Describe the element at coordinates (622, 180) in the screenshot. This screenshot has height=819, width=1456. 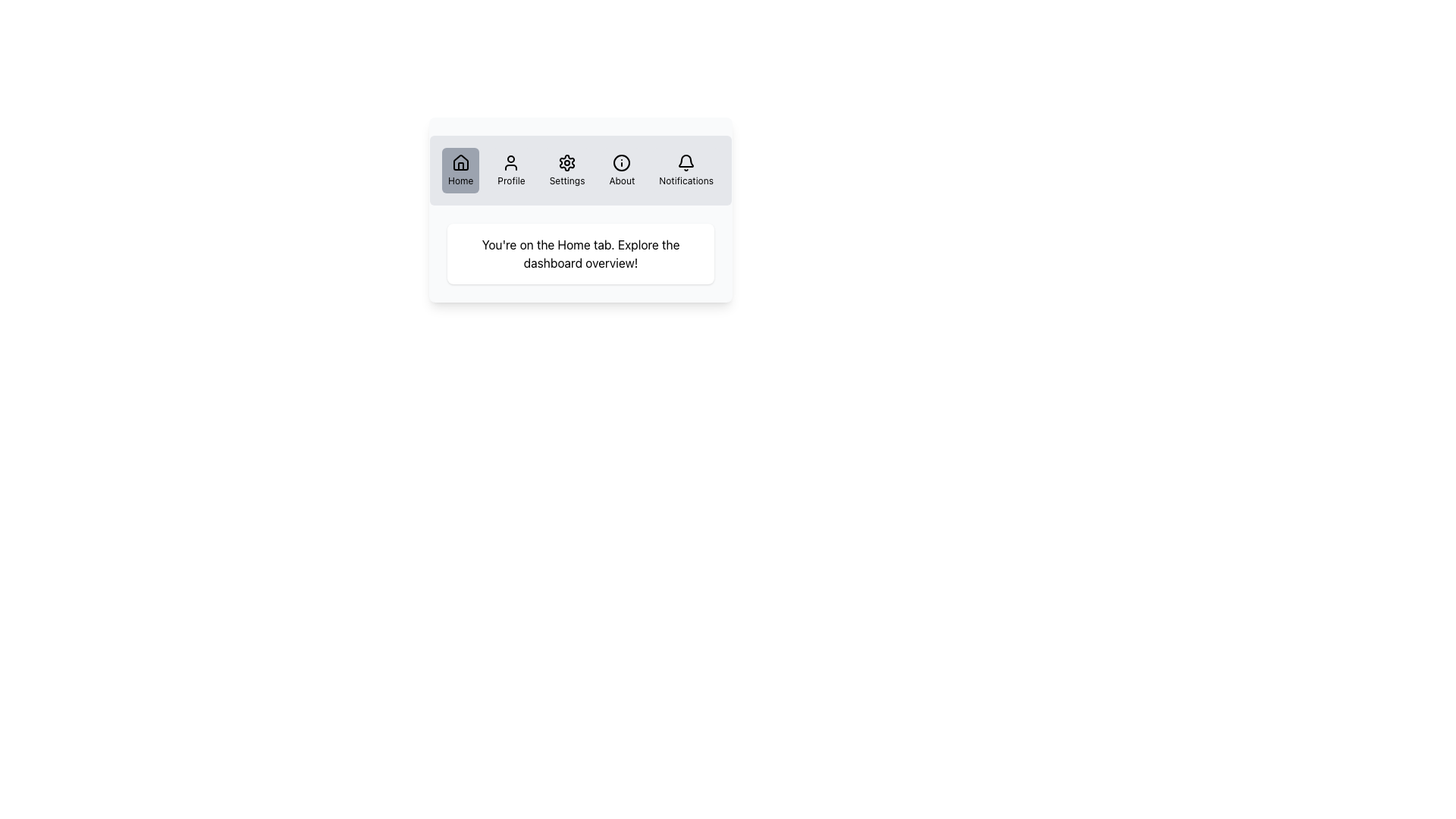
I see `text label 'About' located at the bottom of the info icon button, which is the fourth button in the top row of clickable buttons` at that location.